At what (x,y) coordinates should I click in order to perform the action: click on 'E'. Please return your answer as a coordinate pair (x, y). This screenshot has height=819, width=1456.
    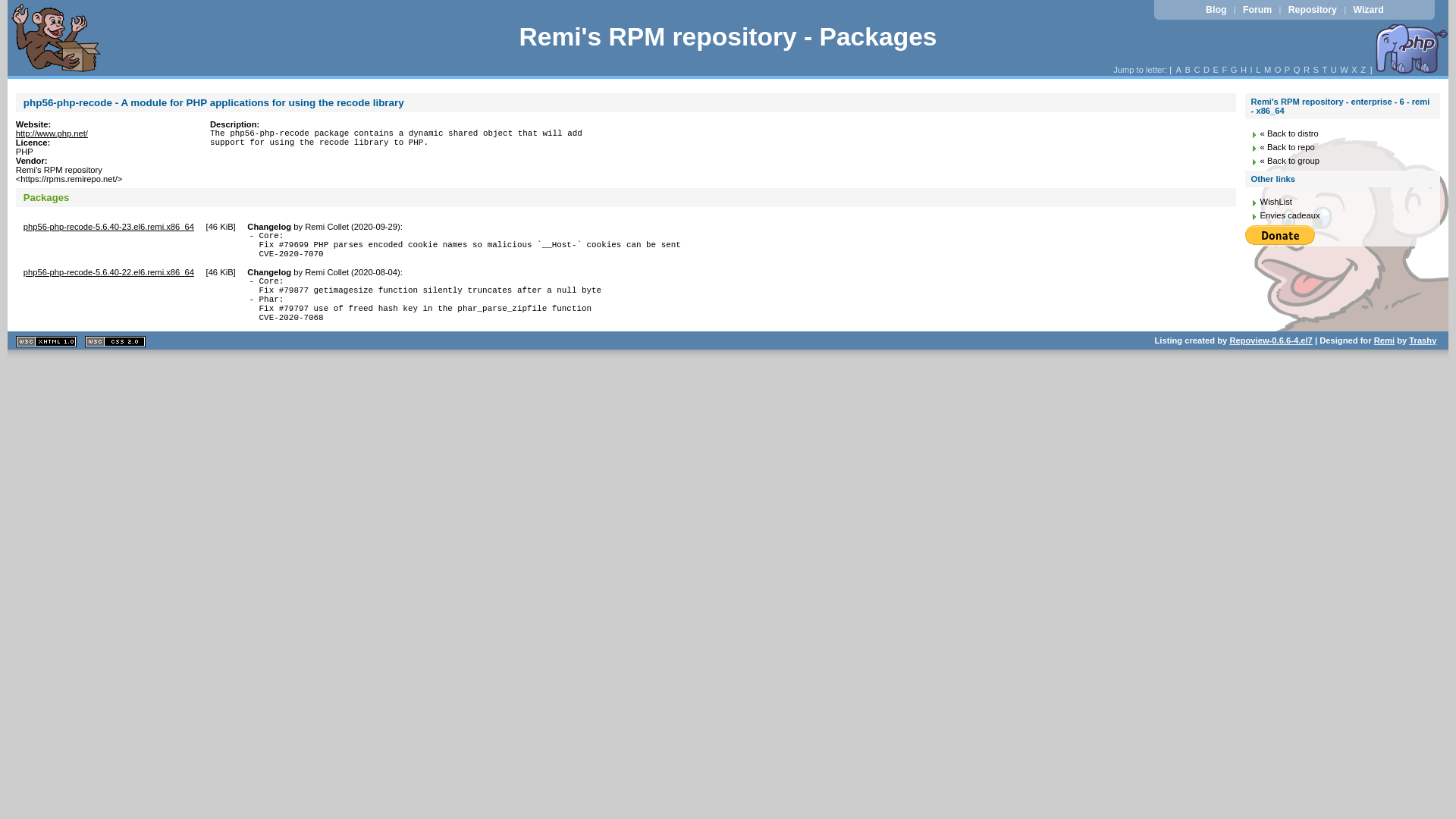
    Looking at the image, I should click on (1216, 70).